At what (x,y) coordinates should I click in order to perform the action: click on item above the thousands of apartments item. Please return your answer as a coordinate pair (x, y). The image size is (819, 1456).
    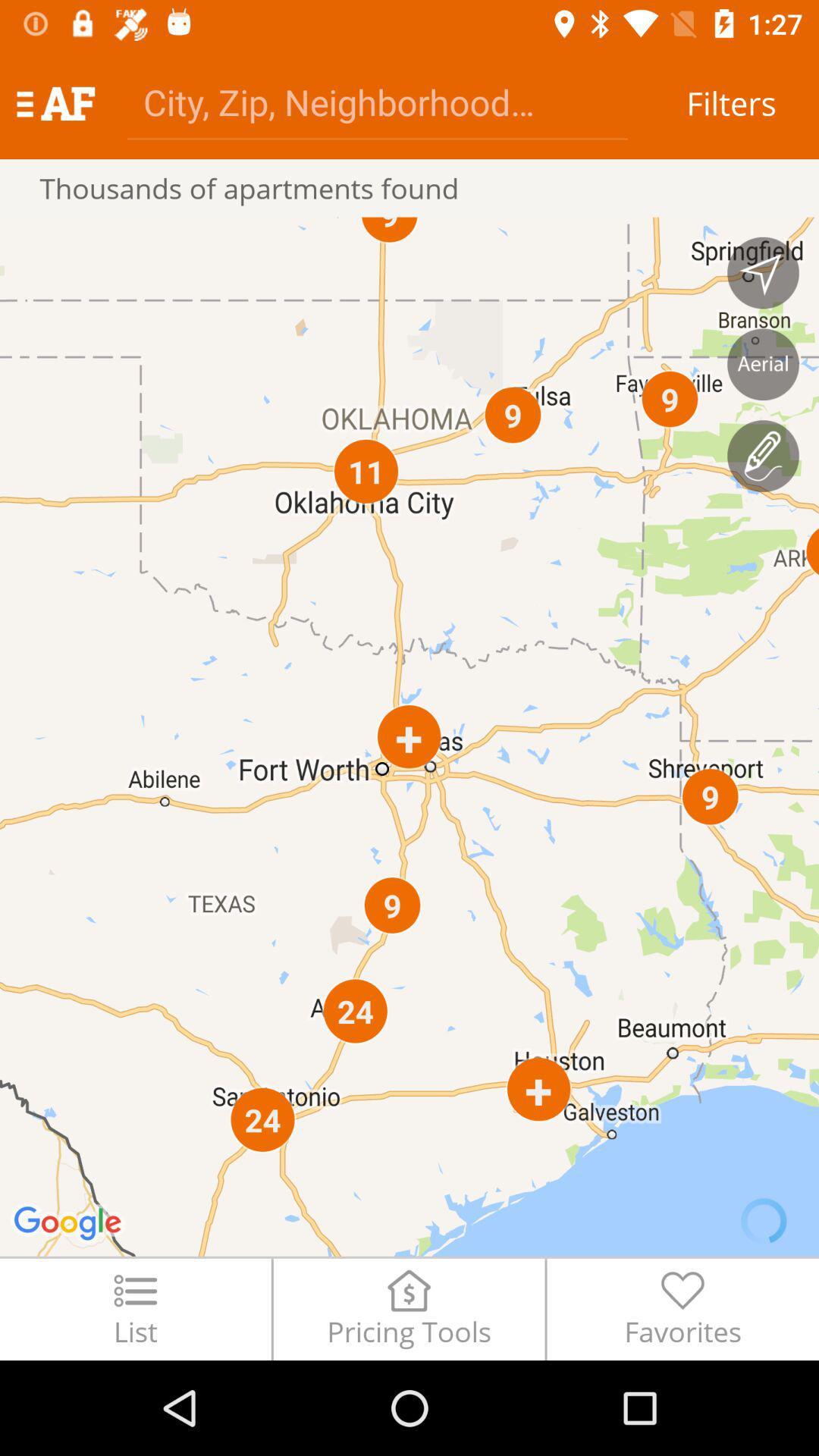
    Looking at the image, I should click on (55, 102).